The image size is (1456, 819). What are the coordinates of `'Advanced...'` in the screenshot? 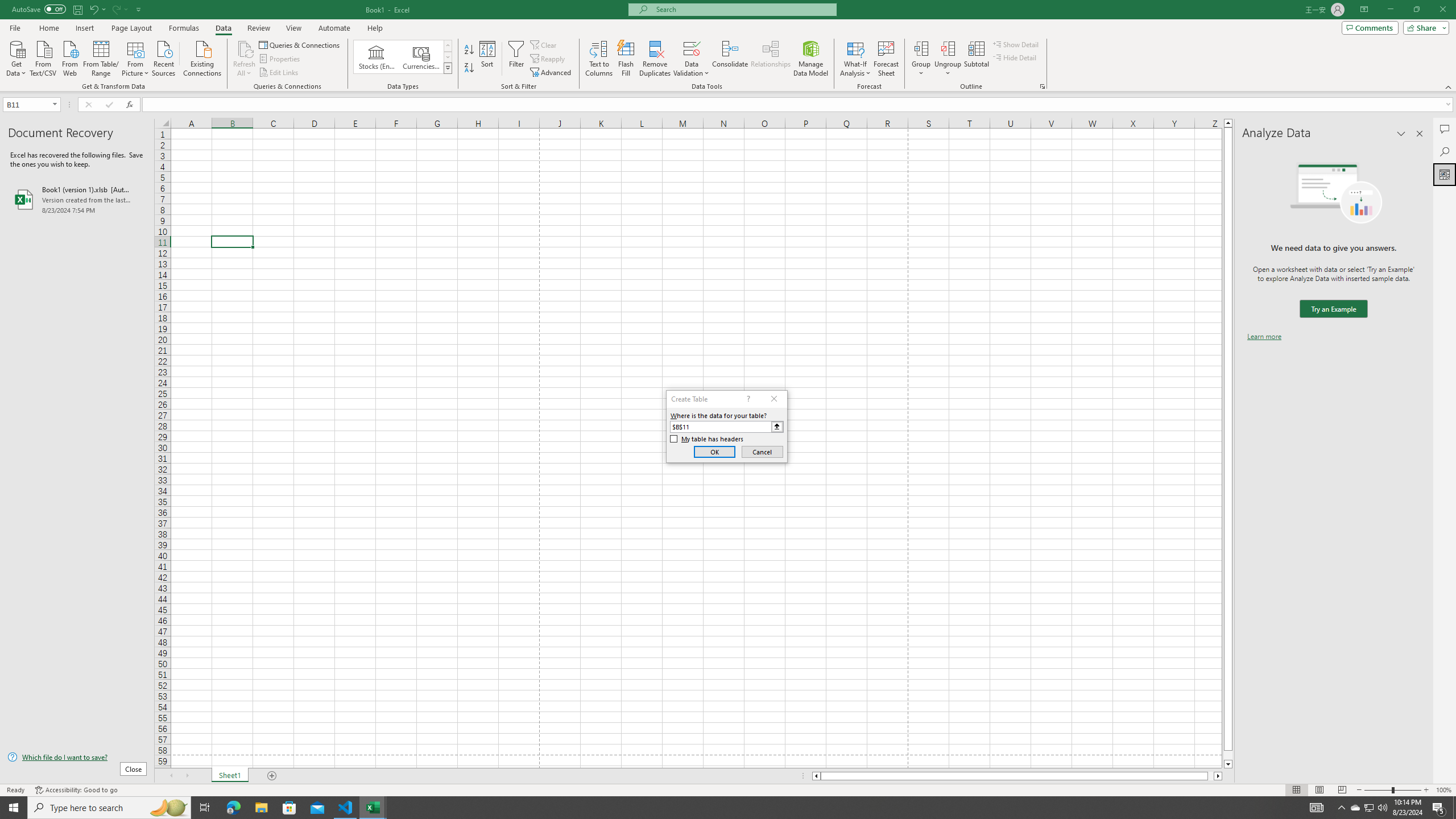 It's located at (552, 72).